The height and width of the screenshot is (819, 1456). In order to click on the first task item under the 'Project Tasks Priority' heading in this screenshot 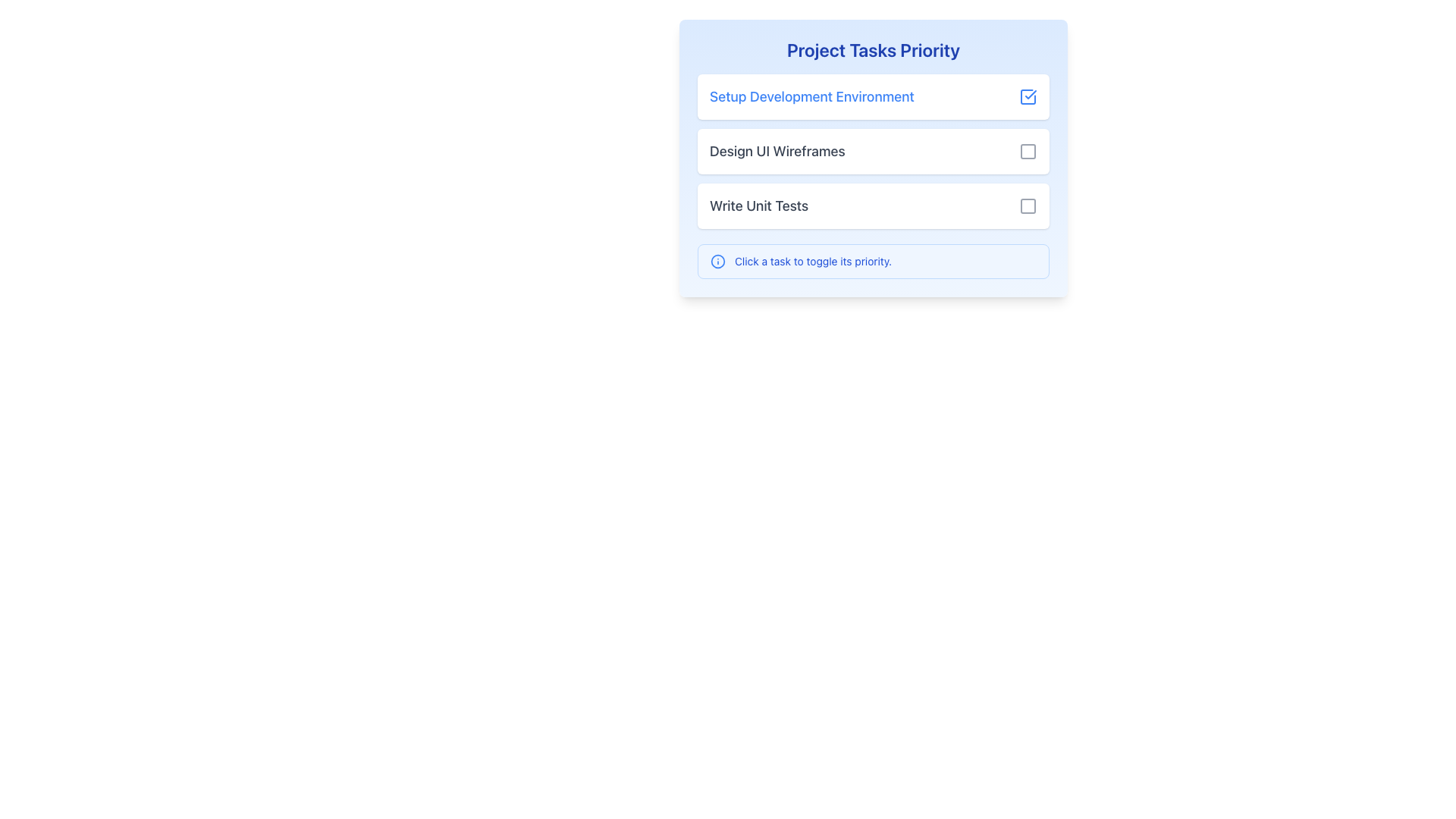, I will do `click(874, 96)`.